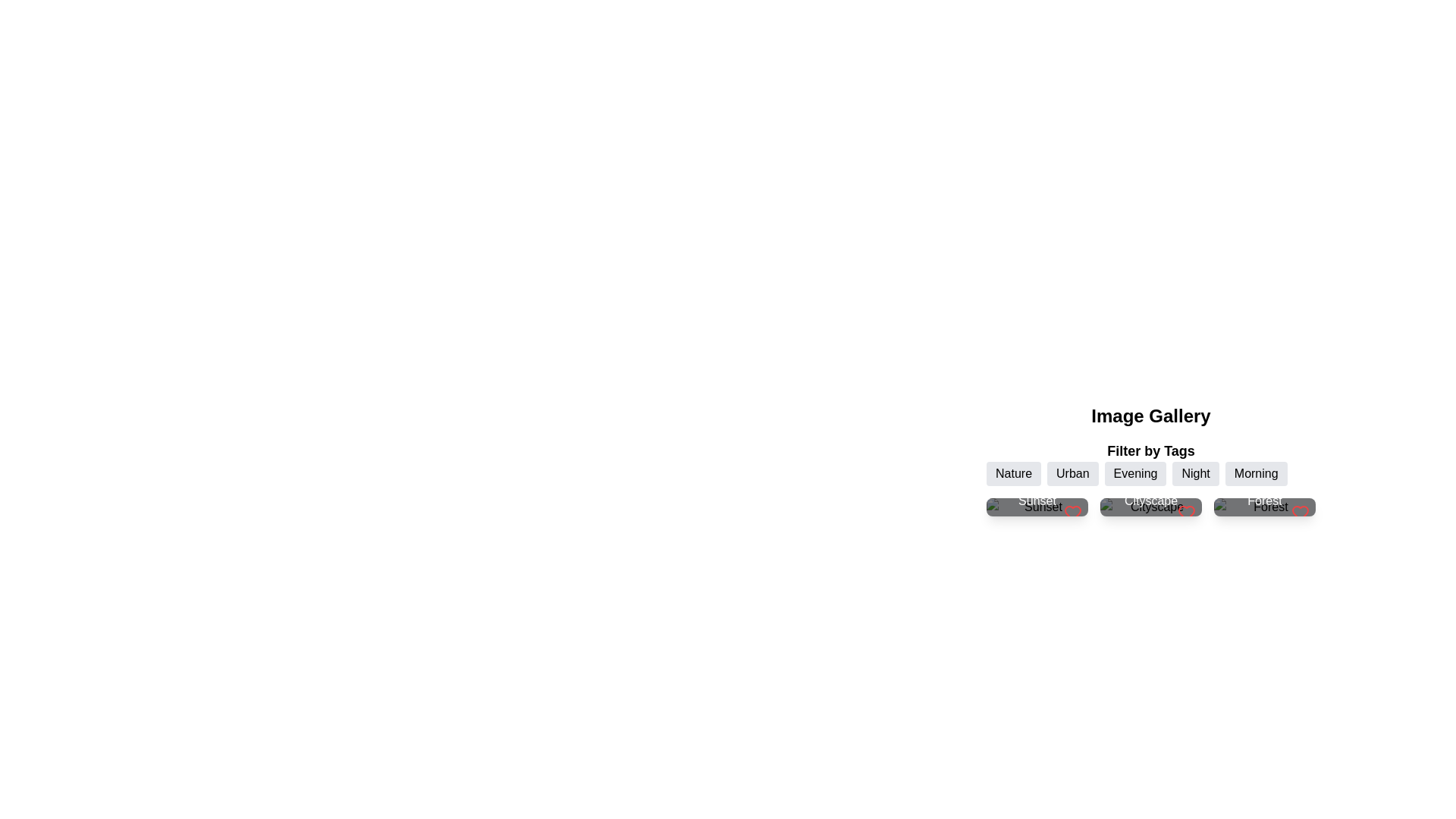 Image resolution: width=1456 pixels, height=819 pixels. I want to click on the 'Morning' button, which is the fifth button in a row under the 'Filter by Tags' section of the 'Image Gallery', to apply the morning filter, so click(1256, 472).